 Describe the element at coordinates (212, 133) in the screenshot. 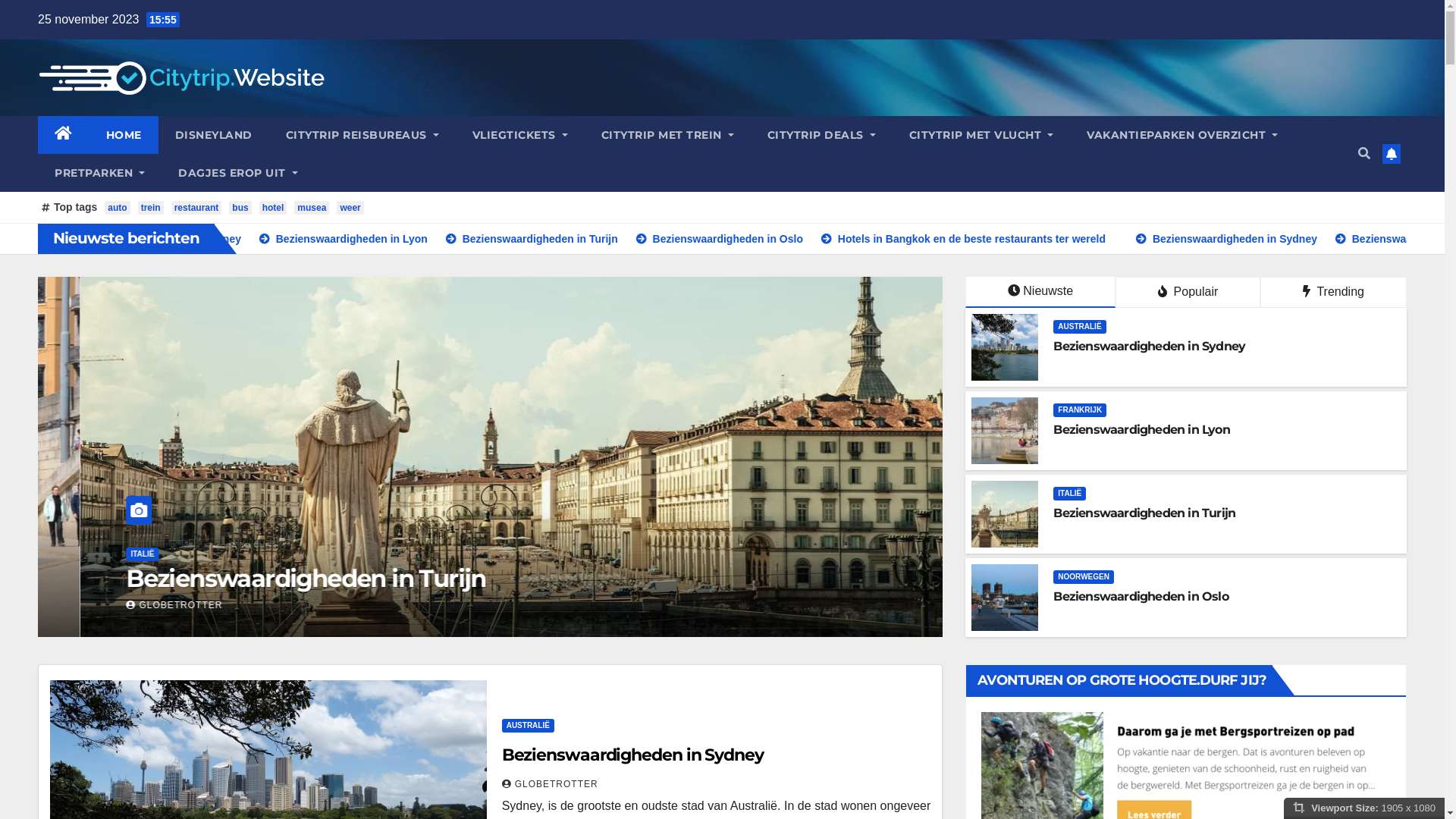

I see `'DISNEYLAND'` at that location.